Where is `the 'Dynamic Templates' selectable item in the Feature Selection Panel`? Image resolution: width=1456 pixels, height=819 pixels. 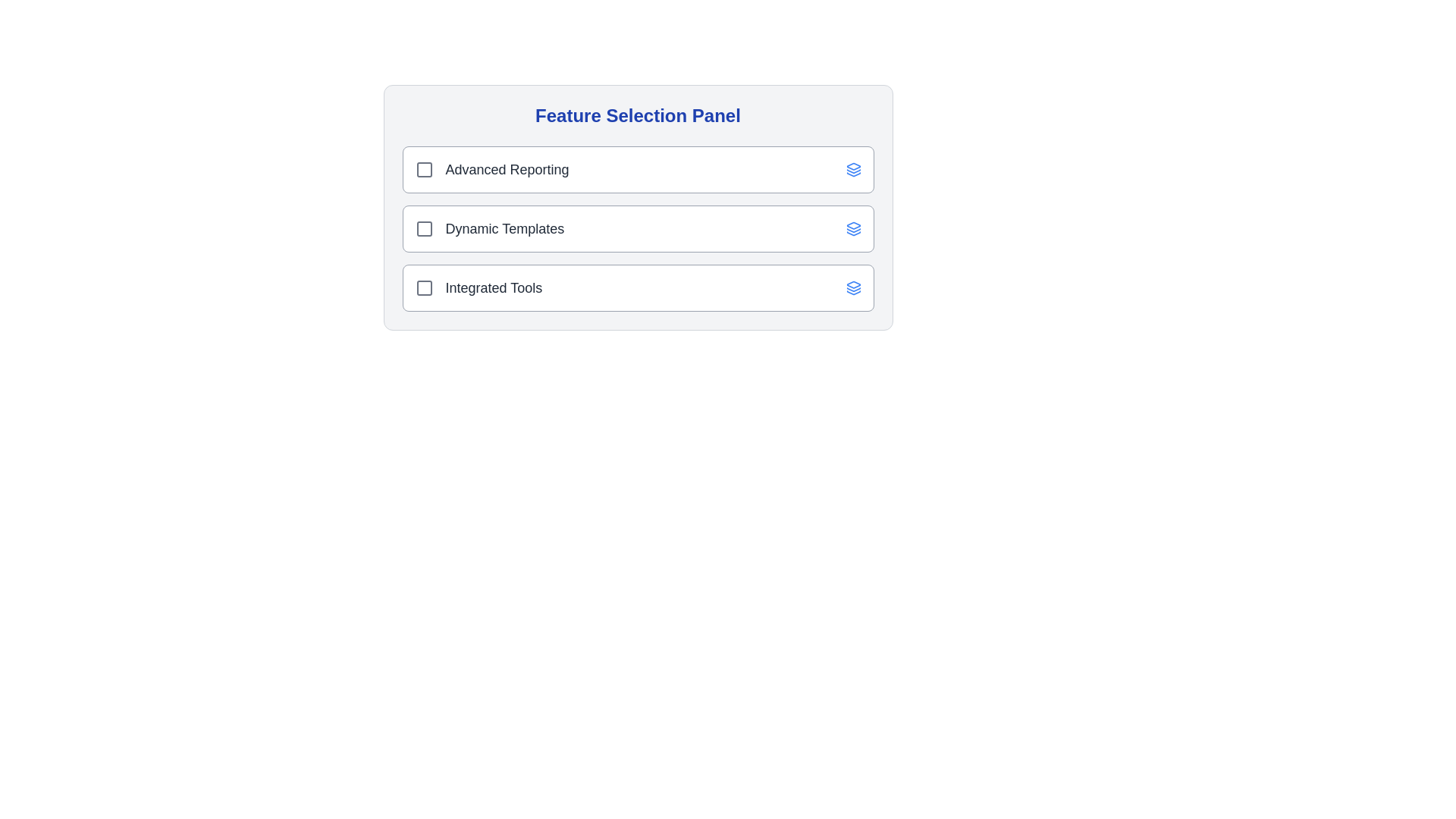
the 'Dynamic Templates' selectable item in the Feature Selection Panel is located at coordinates (638, 228).